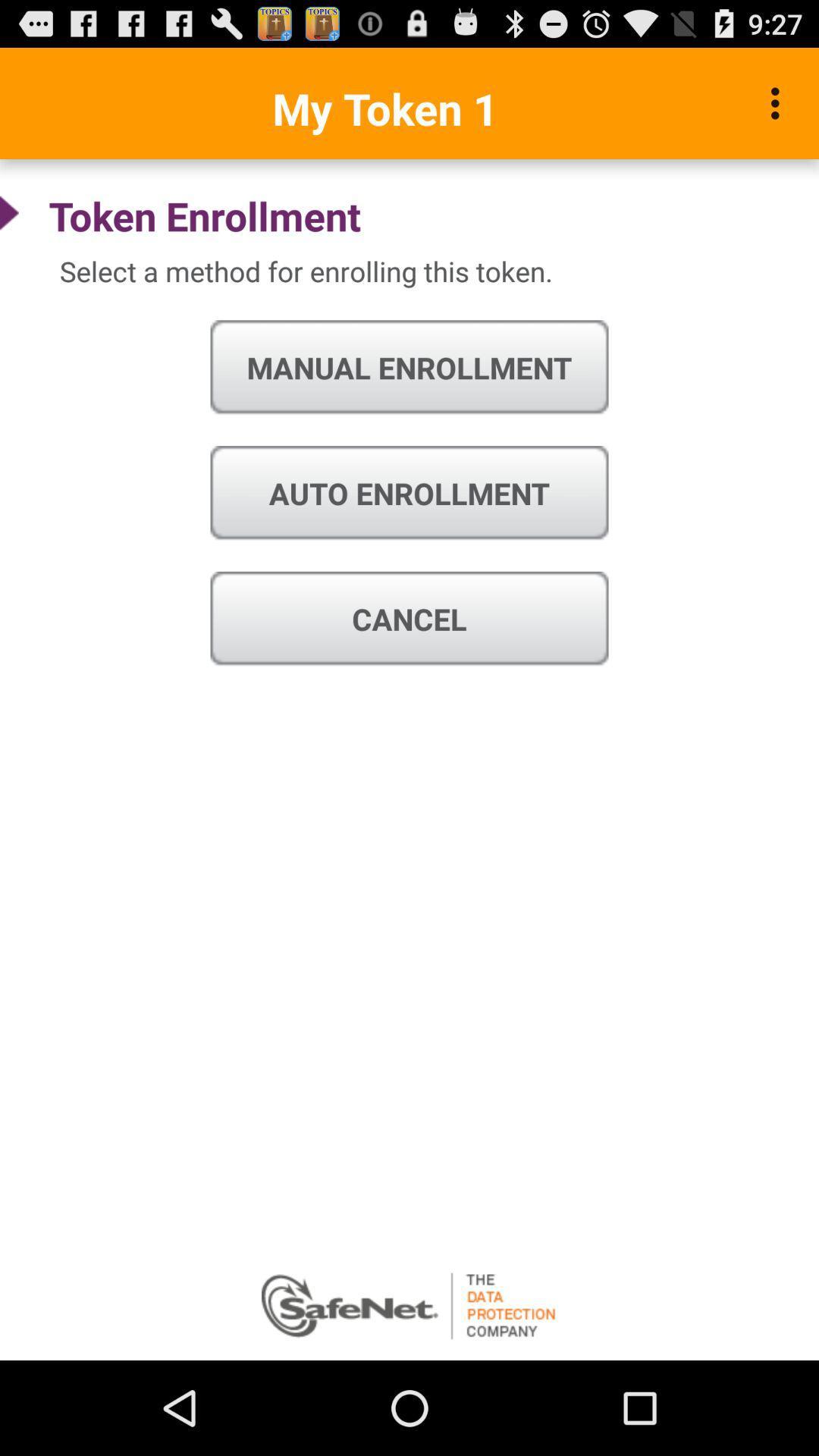  Describe the element at coordinates (779, 102) in the screenshot. I see `item to the right of my token 1 icon` at that location.